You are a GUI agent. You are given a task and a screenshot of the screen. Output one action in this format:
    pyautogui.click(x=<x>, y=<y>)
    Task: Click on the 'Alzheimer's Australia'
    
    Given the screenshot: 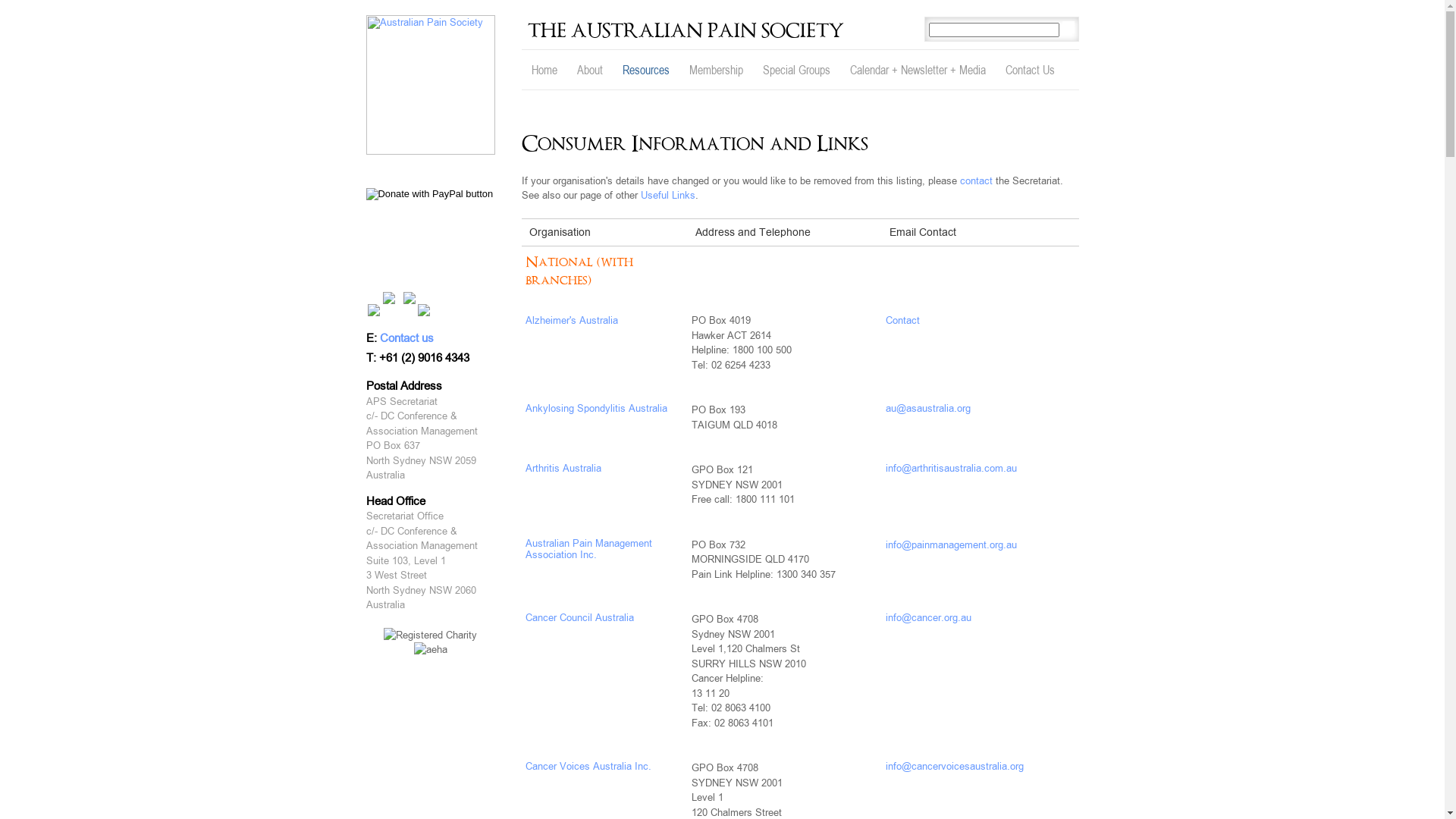 What is the action you would take?
    pyautogui.click(x=570, y=319)
    